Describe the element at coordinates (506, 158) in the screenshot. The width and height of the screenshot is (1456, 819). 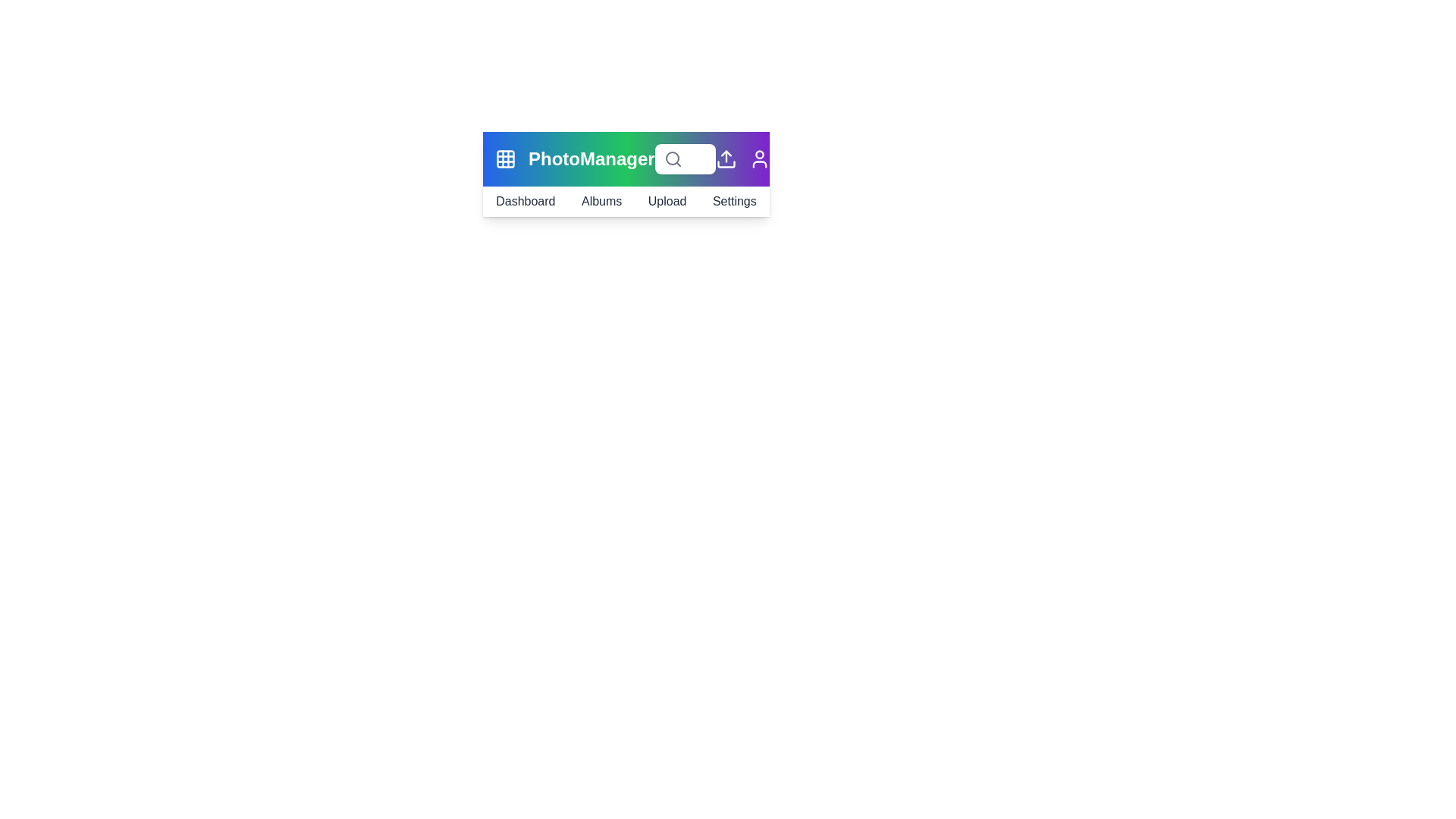
I see `the grid icon to open the menu` at that location.